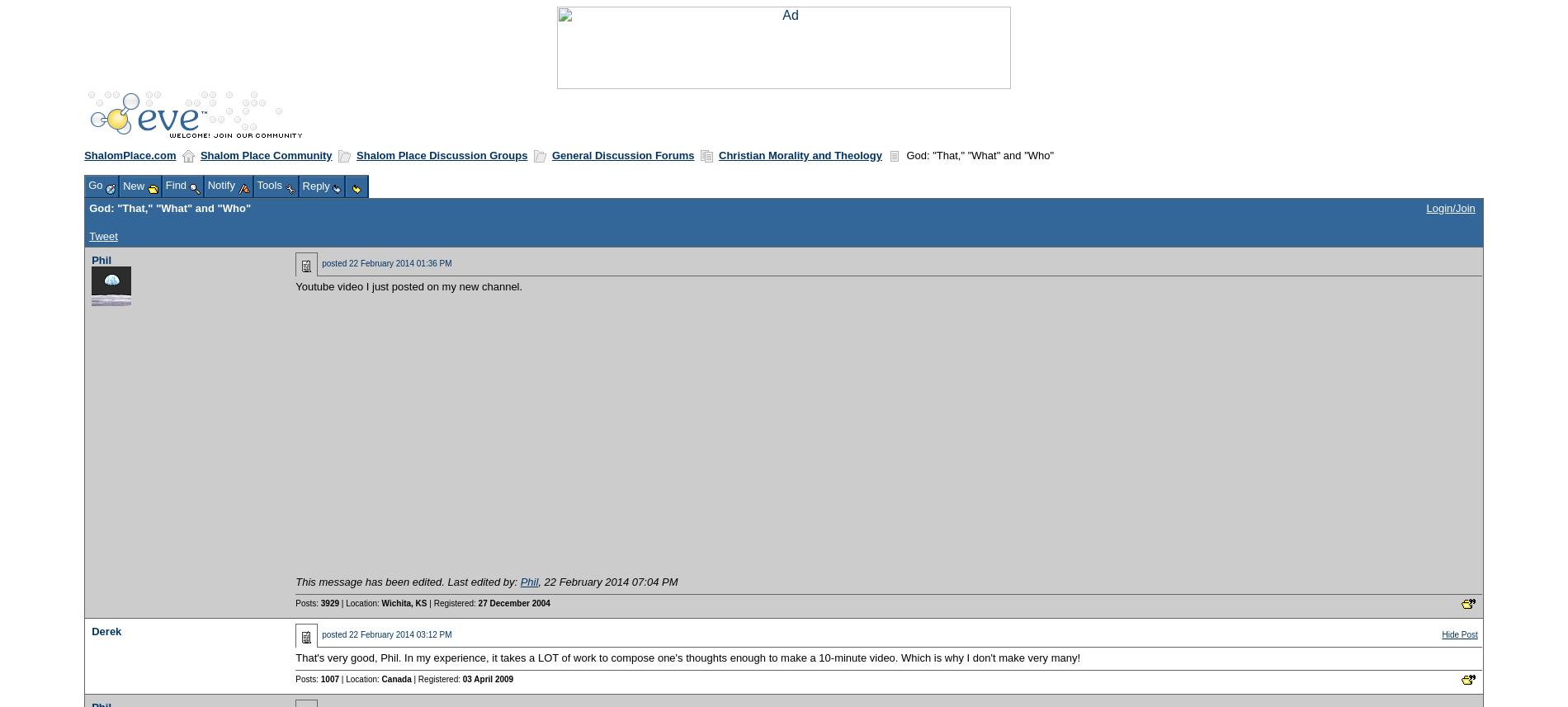 The height and width of the screenshot is (707, 1568). I want to click on '03 April 2009', so click(488, 677).